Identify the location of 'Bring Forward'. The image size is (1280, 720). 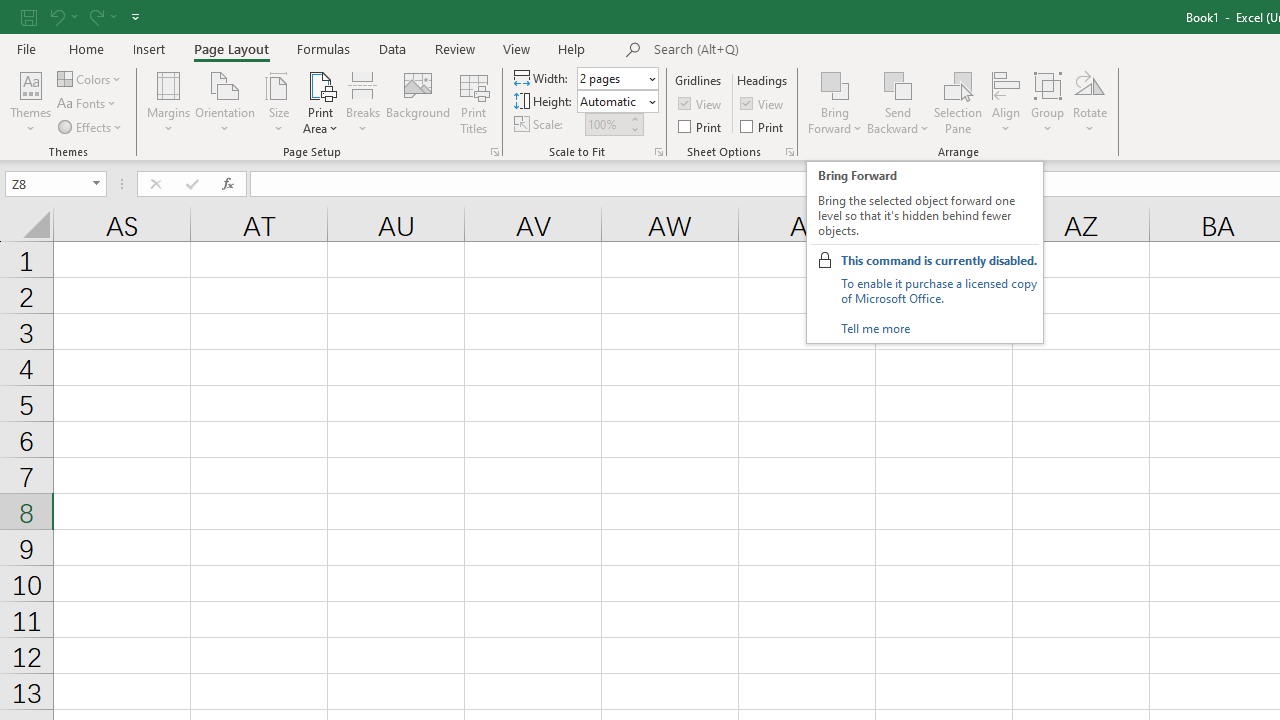
(835, 84).